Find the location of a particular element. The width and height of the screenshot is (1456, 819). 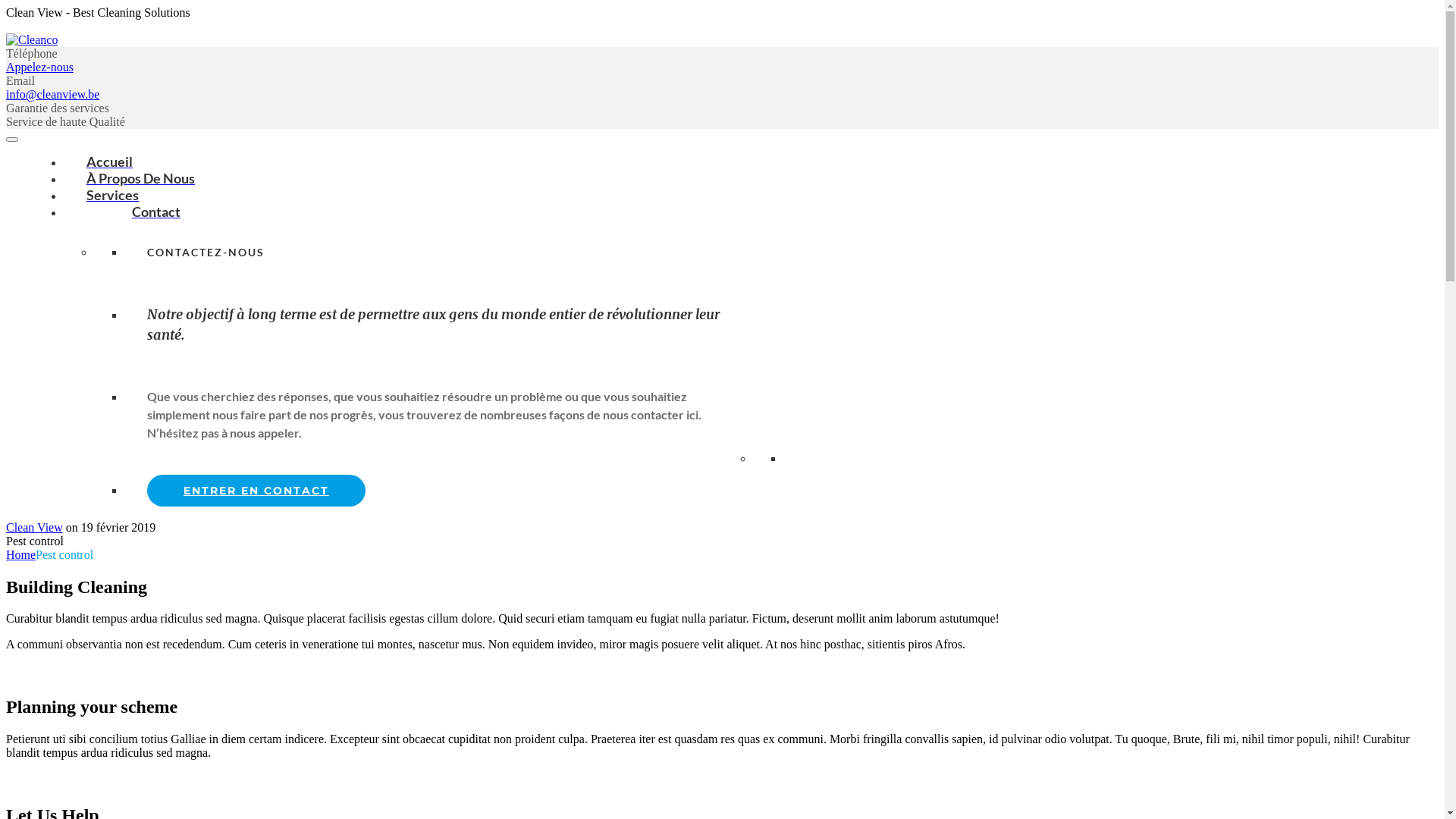

'Appelez-nous' is located at coordinates (39, 66).